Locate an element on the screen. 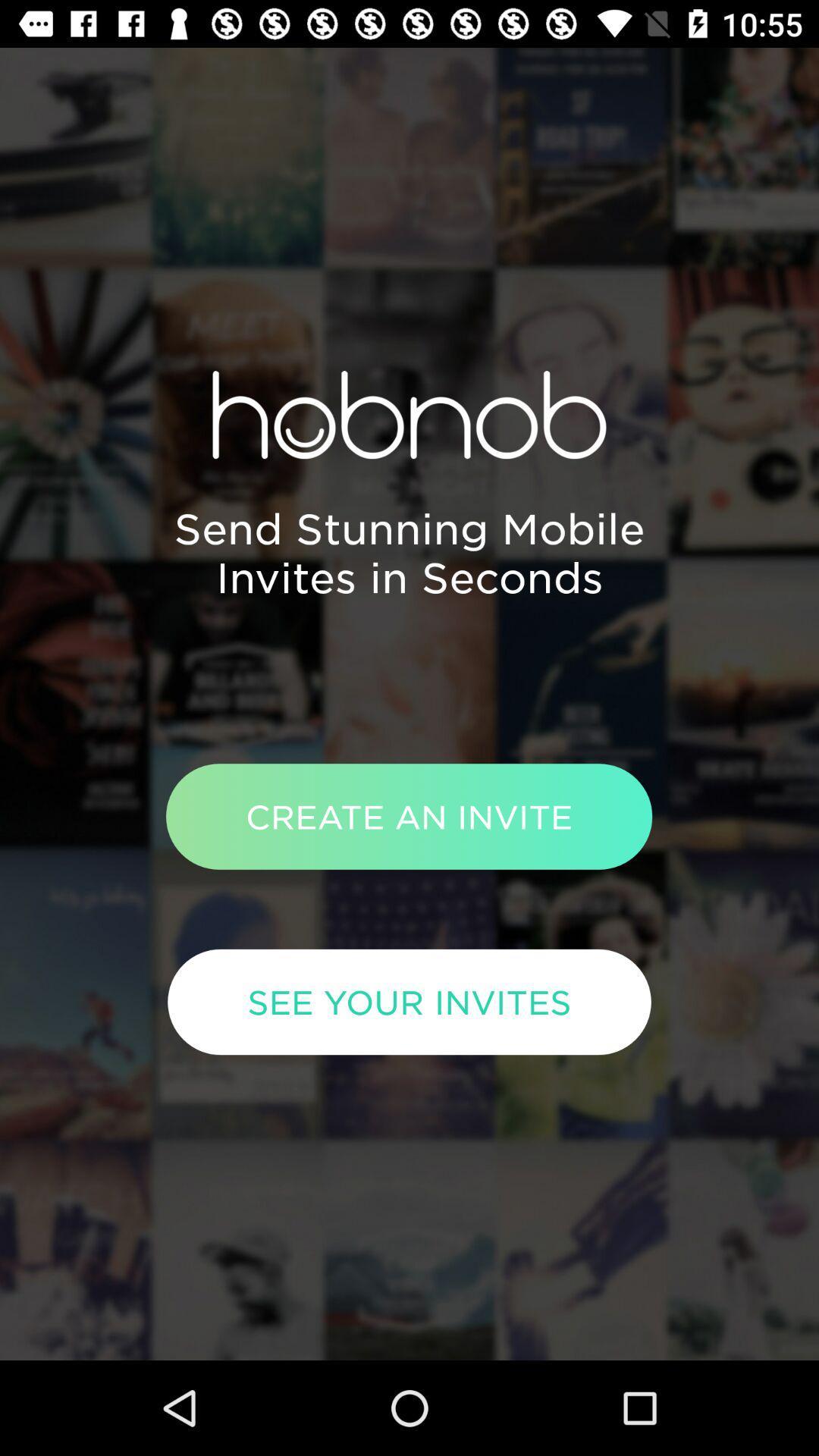 This screenshot has height=1456, width=819. see your invites item is located at coordinates (409, 1002).